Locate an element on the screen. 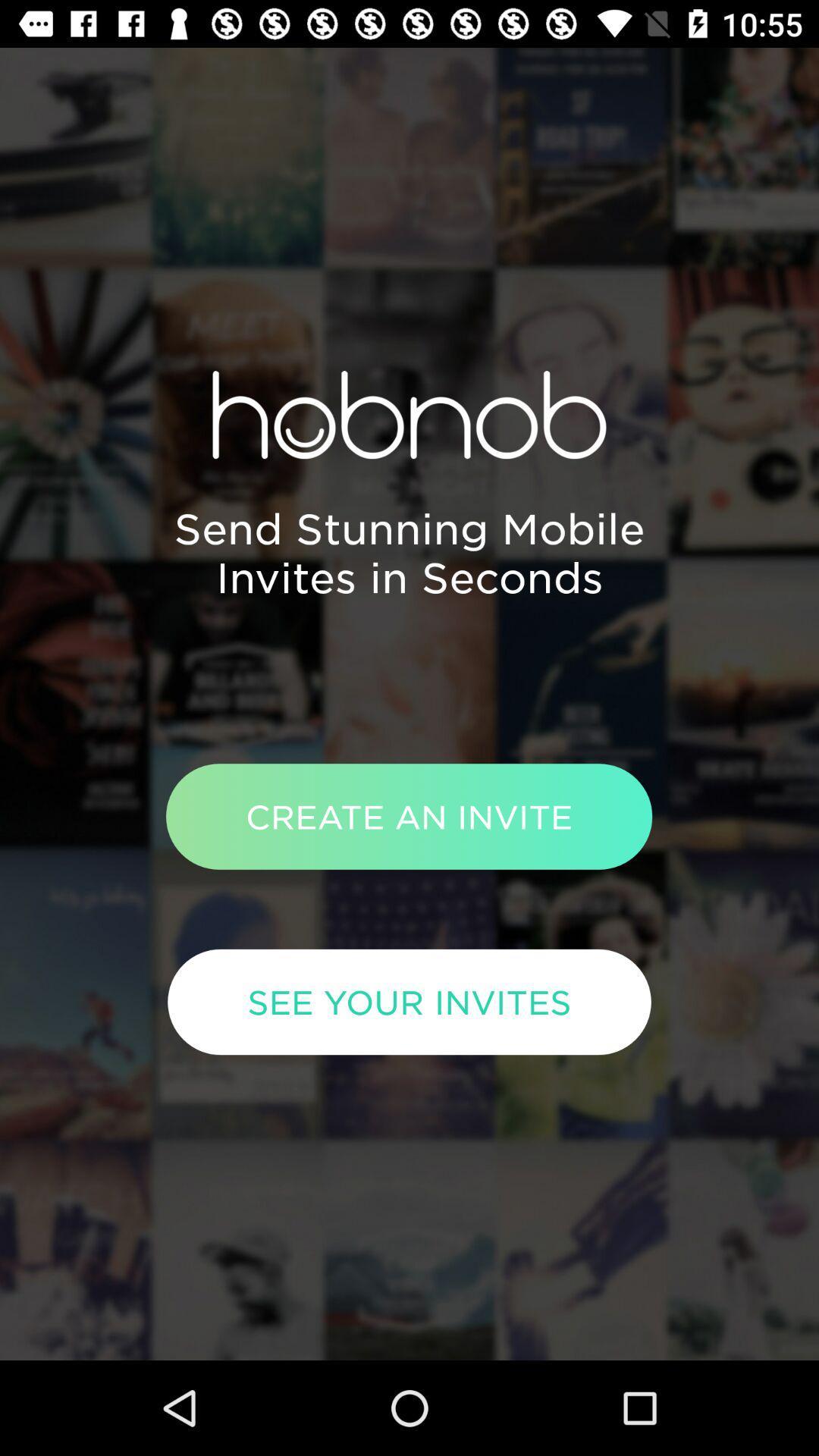 This screenshot has height=1456, width=819. see your invites item is located at coordinates (409, 1002).